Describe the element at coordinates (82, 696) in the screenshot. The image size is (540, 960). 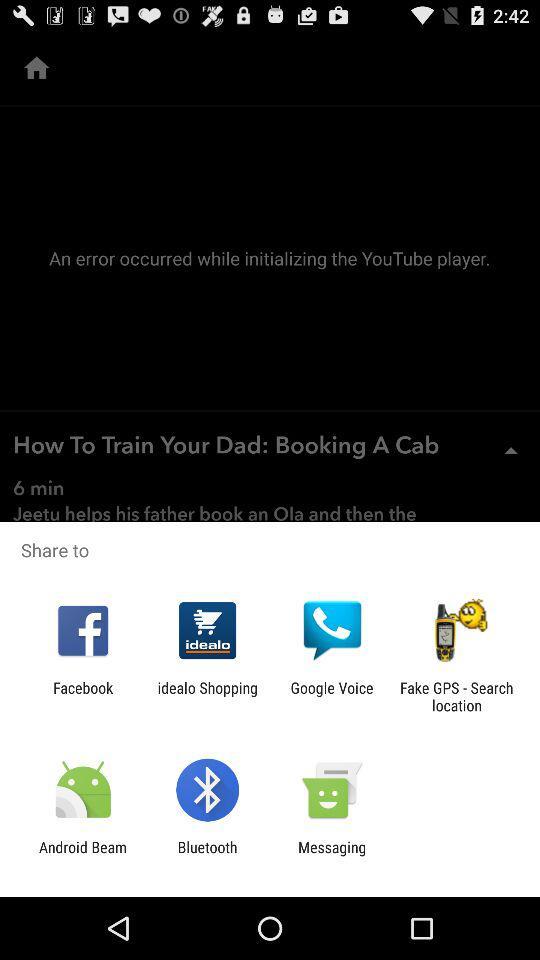
I see `the item next to idealo shopping icon` at that location.